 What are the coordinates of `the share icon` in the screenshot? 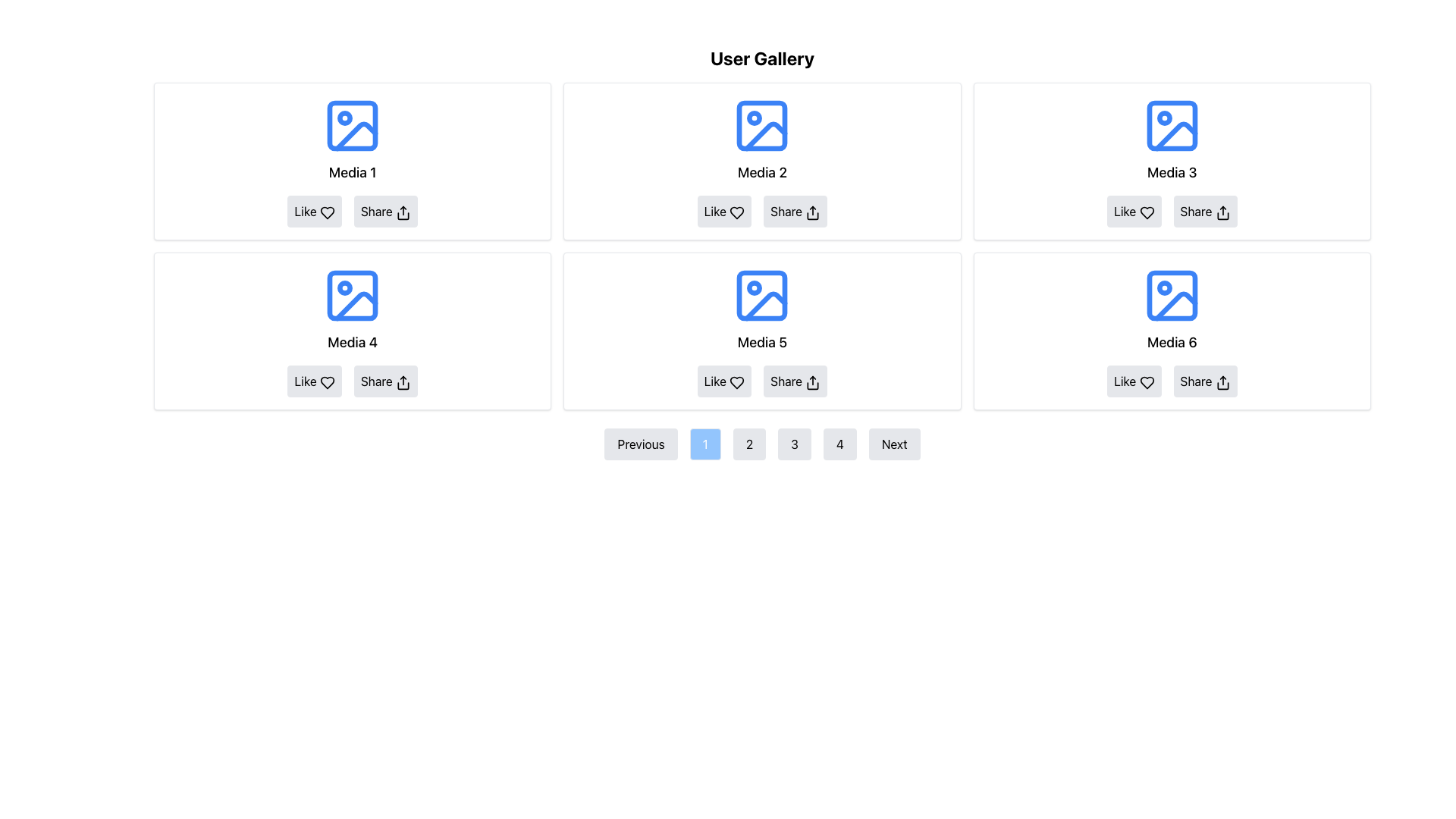 It's located at (812, 212).